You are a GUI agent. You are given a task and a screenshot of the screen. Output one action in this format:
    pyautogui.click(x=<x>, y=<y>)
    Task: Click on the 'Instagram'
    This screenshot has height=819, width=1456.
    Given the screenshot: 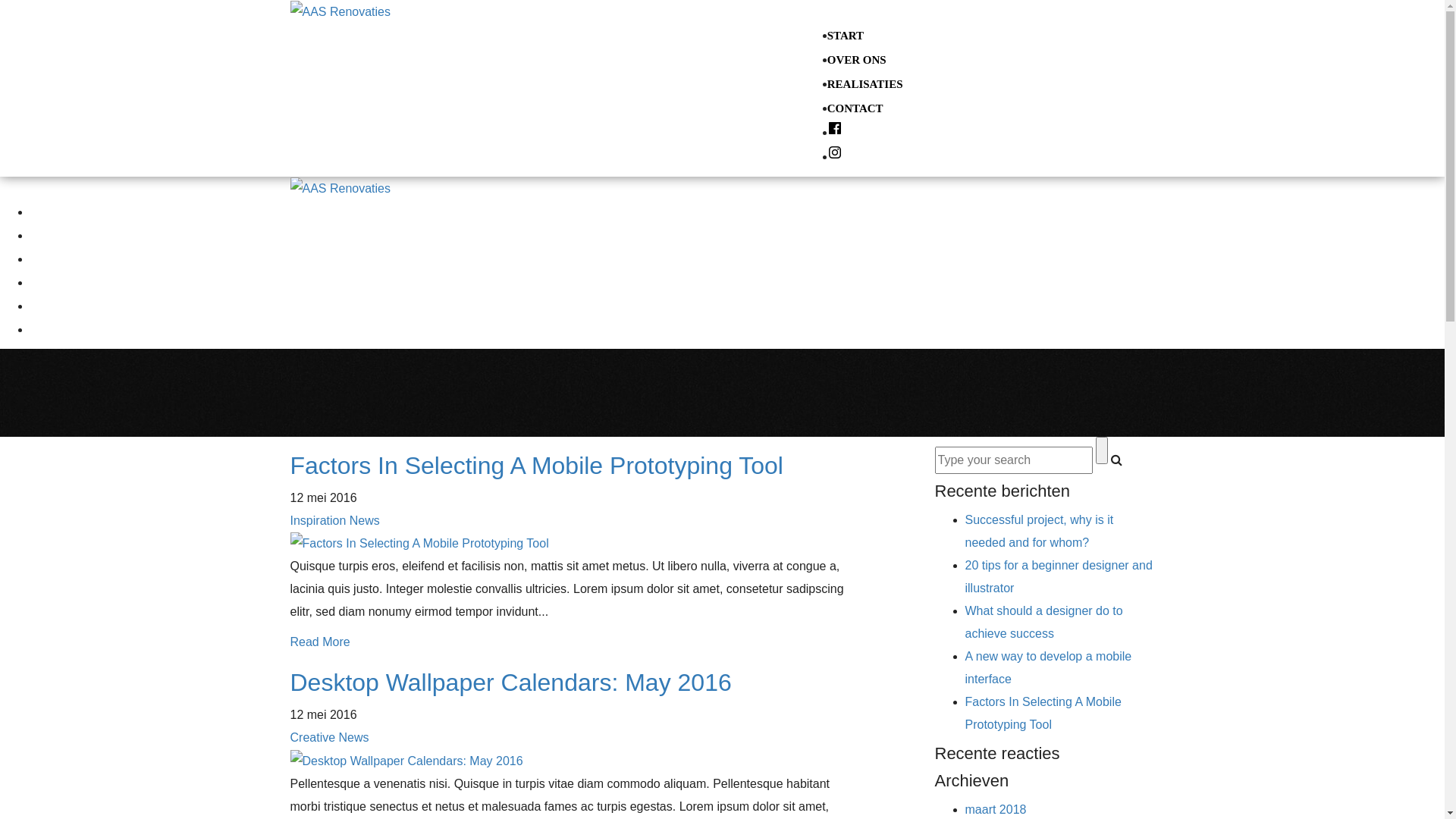 What is the action you would take?
    pyautogui.click(x=37, y=328)
    